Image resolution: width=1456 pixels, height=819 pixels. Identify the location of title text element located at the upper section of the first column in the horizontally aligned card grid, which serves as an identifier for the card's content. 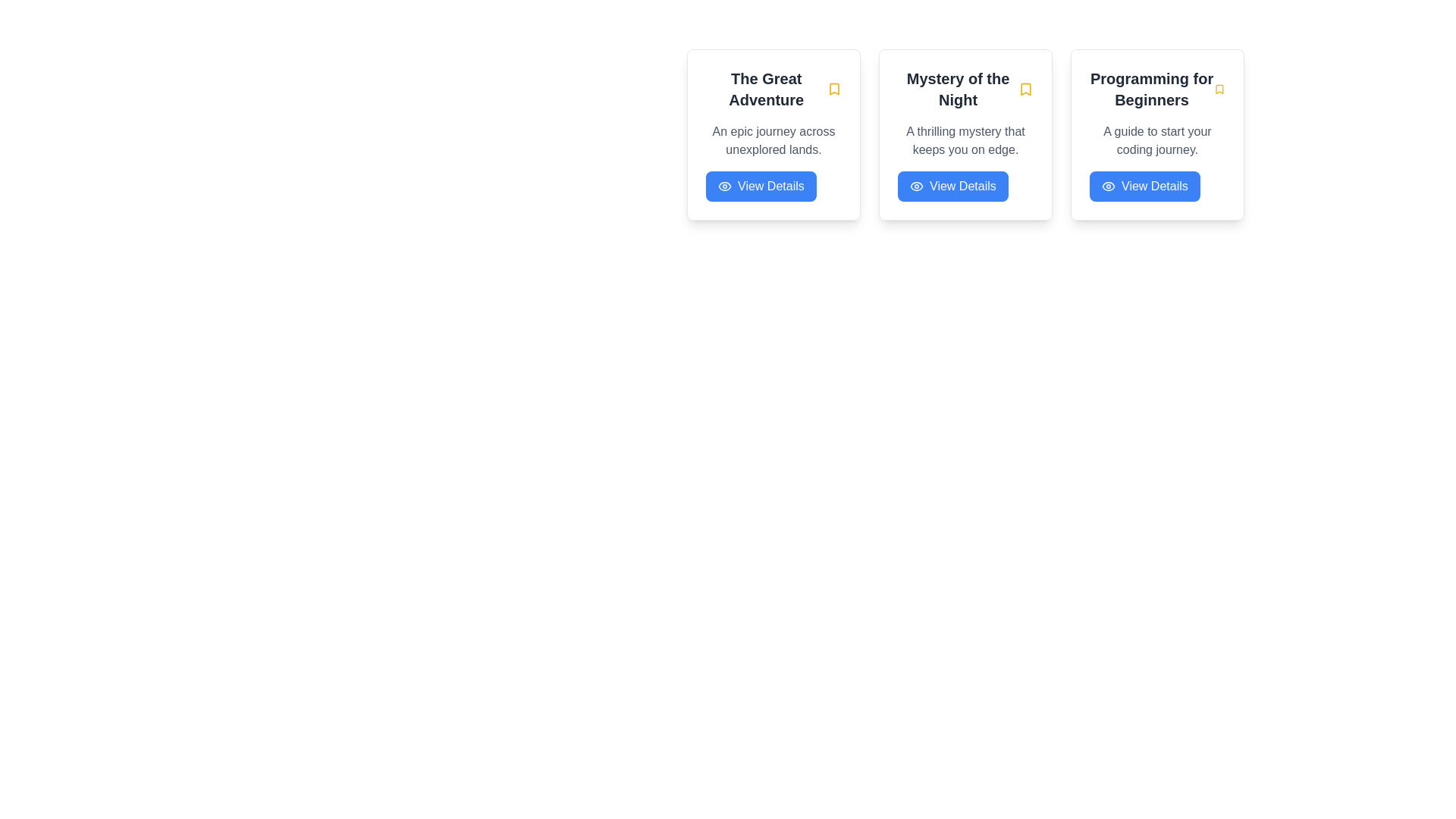
(773, 89).